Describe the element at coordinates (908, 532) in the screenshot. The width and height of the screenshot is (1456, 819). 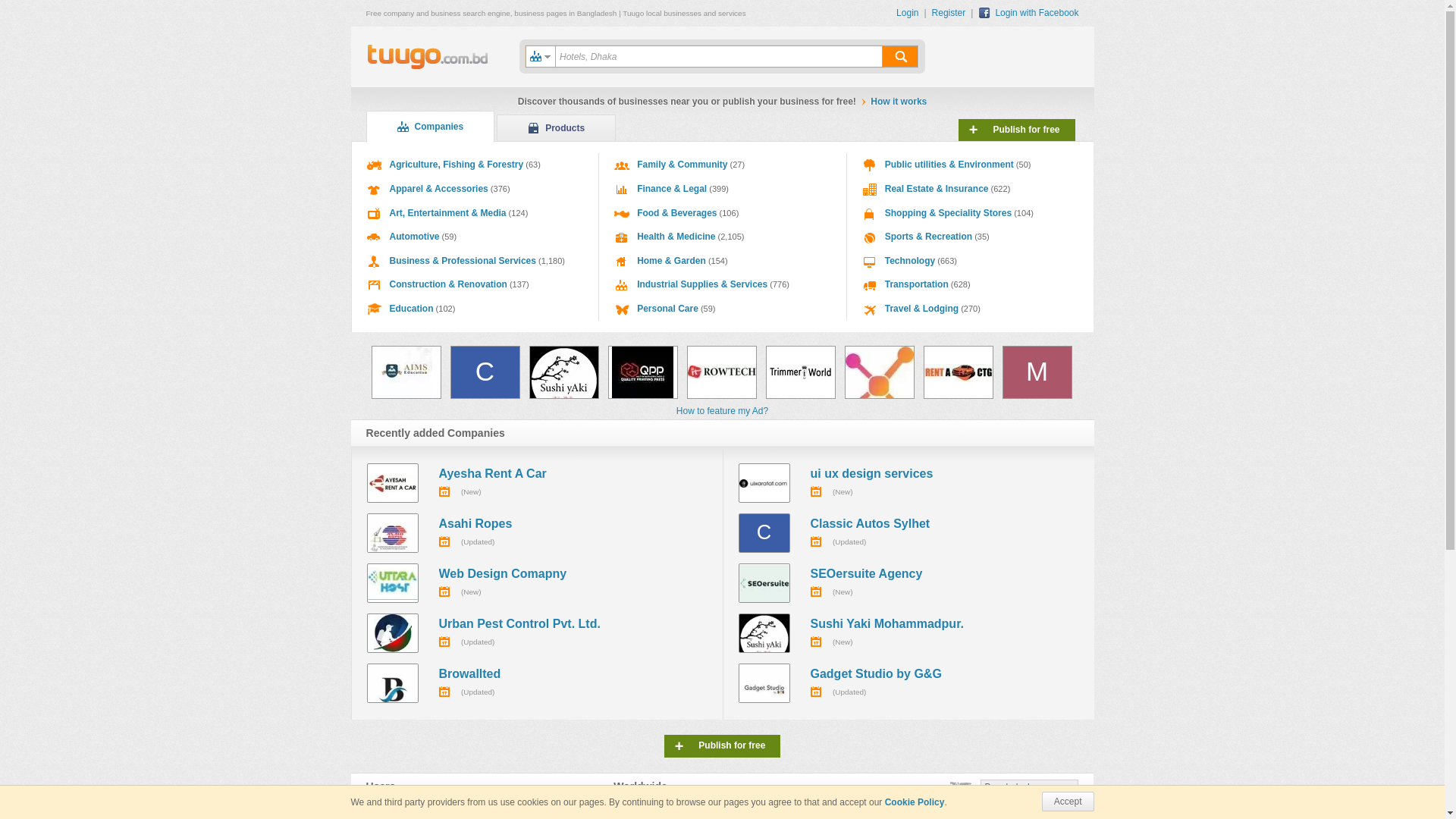
I see `'C` at that location.